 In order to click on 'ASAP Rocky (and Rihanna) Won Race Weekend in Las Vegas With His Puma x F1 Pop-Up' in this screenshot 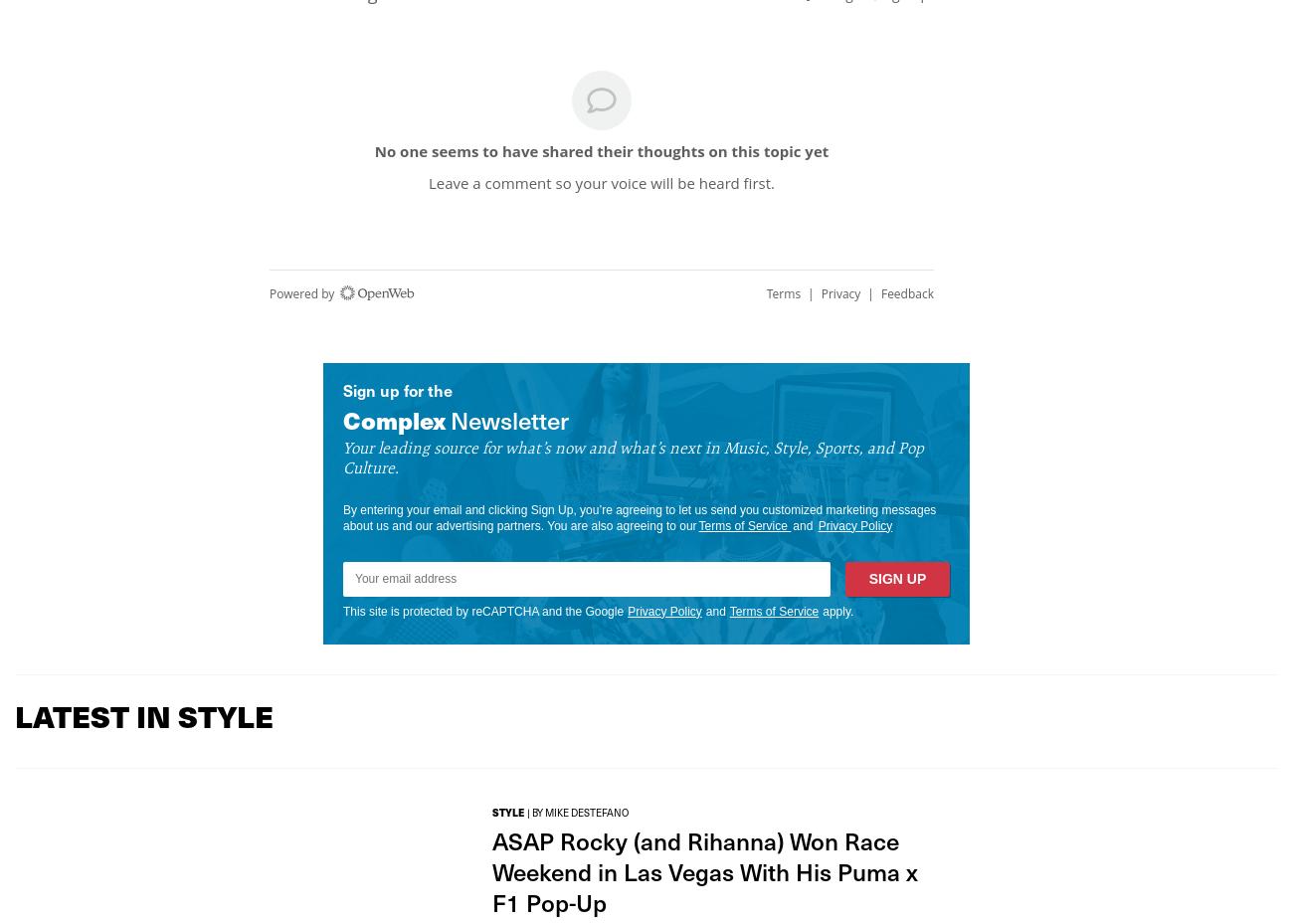, I will do `click(492, 870)`.